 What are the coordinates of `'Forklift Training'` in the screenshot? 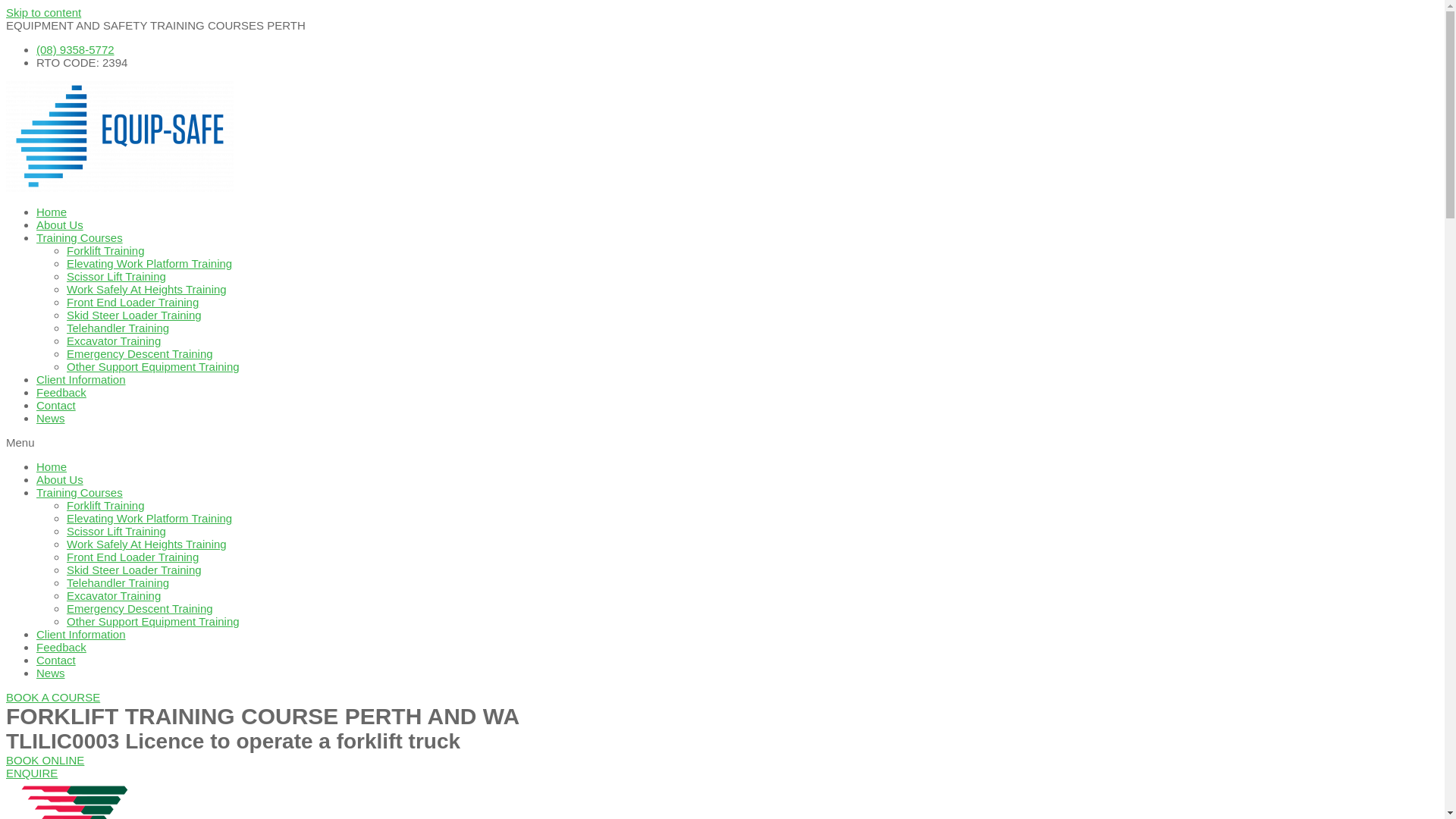 It's located at (105, 249).